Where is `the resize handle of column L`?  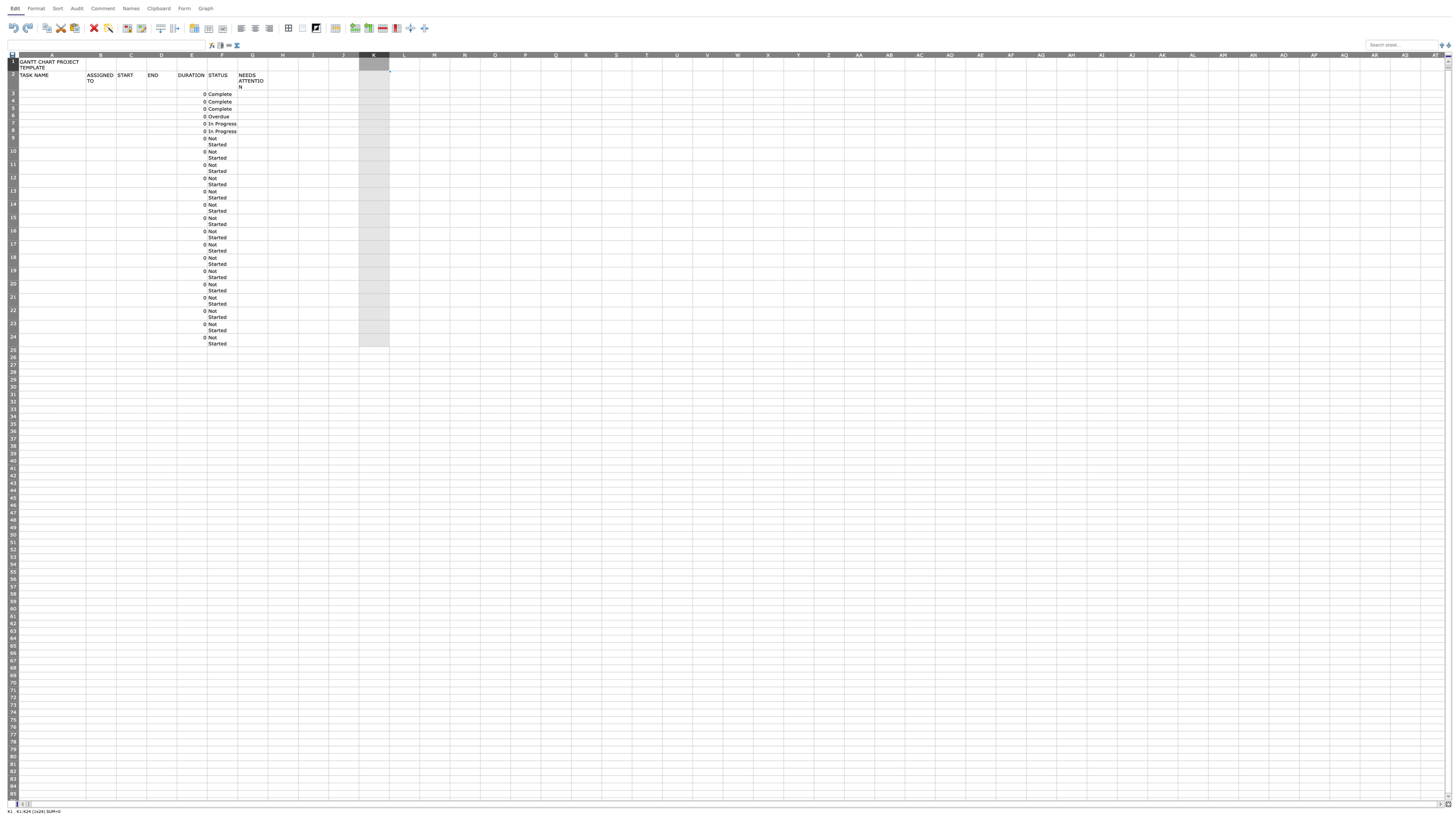 the resize handle of column L is located at coordinates (419, 54).